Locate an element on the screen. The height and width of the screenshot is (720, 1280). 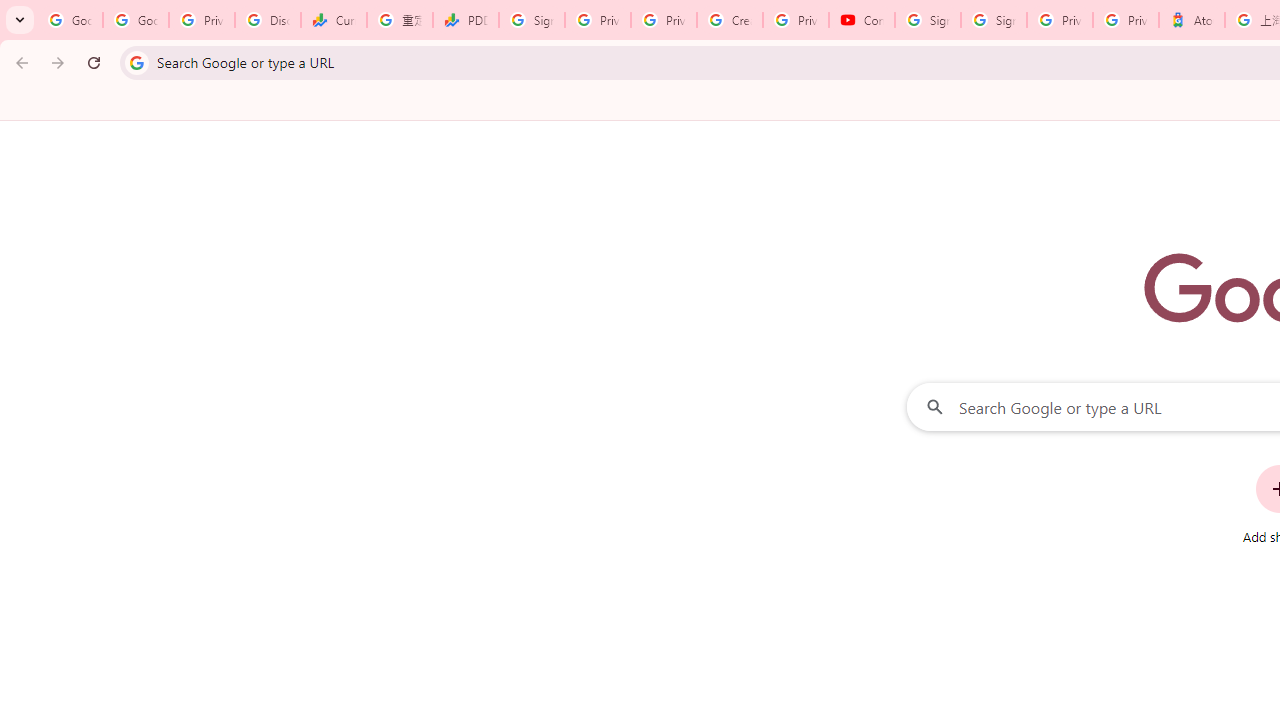
'Currencies - Google Finance' is located at coordinates (334, 20).